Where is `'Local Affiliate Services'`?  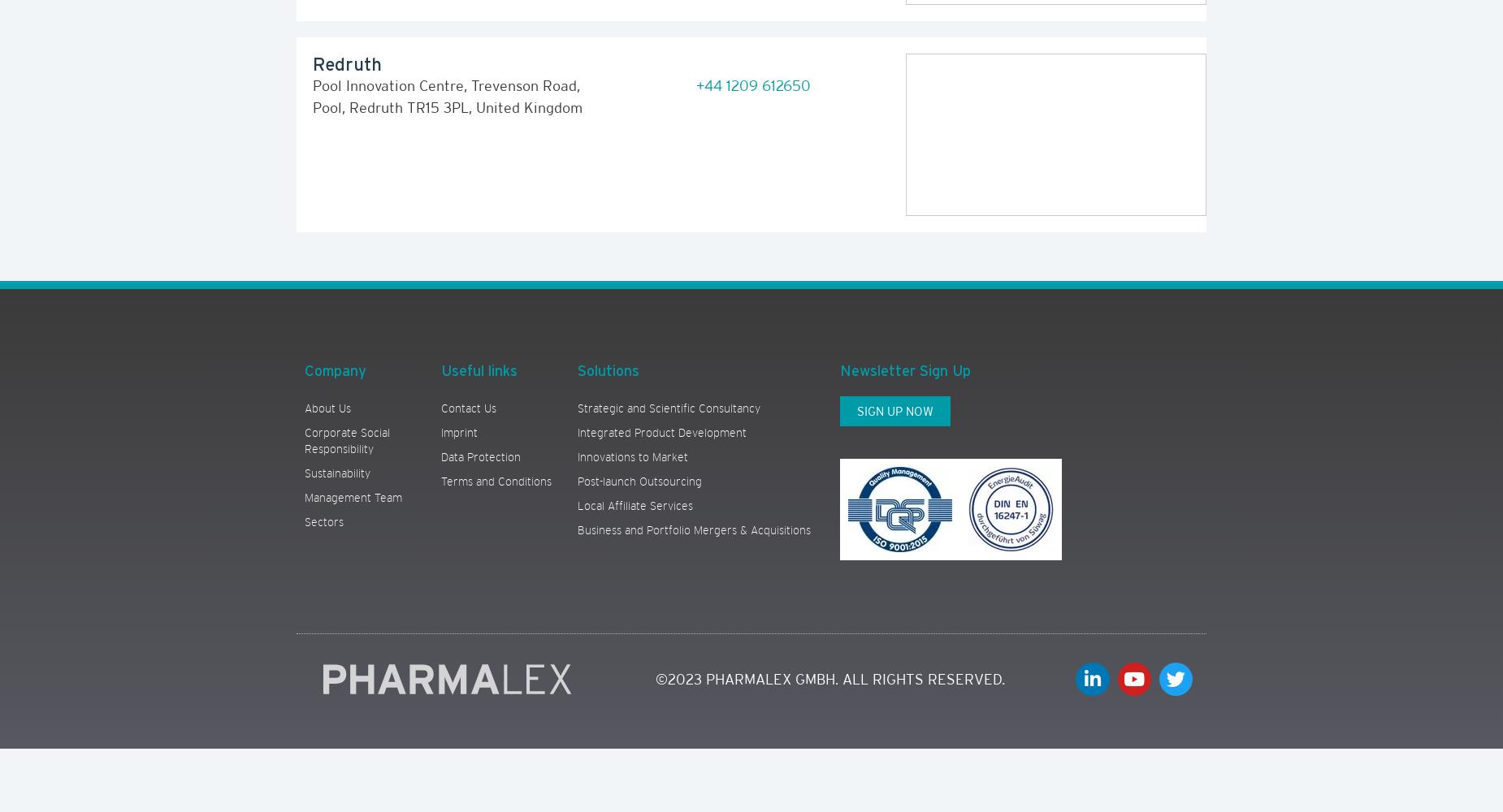
'Local Affiliate Services' is located at coordinates (635, 505).